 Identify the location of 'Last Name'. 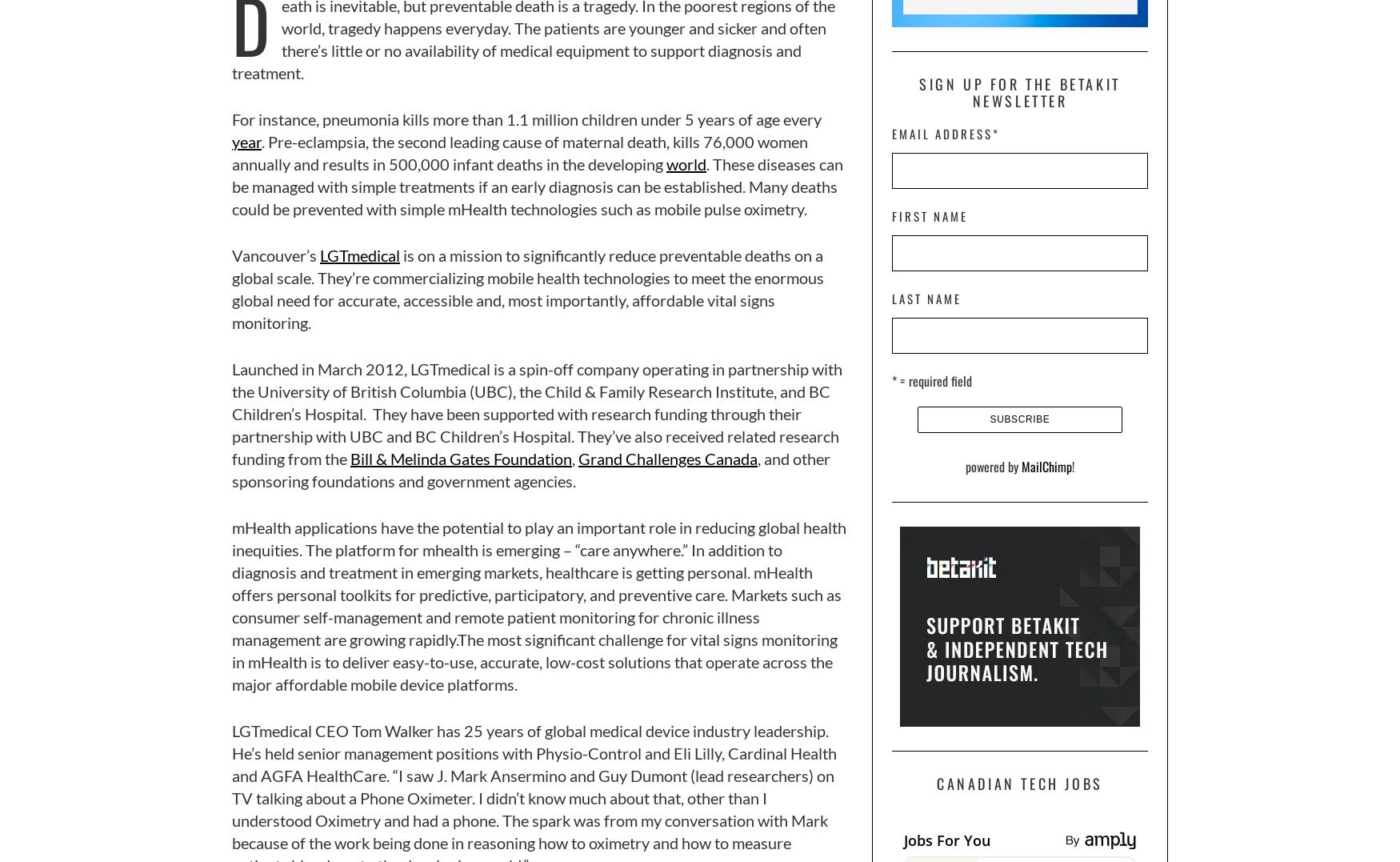
(926, 296).